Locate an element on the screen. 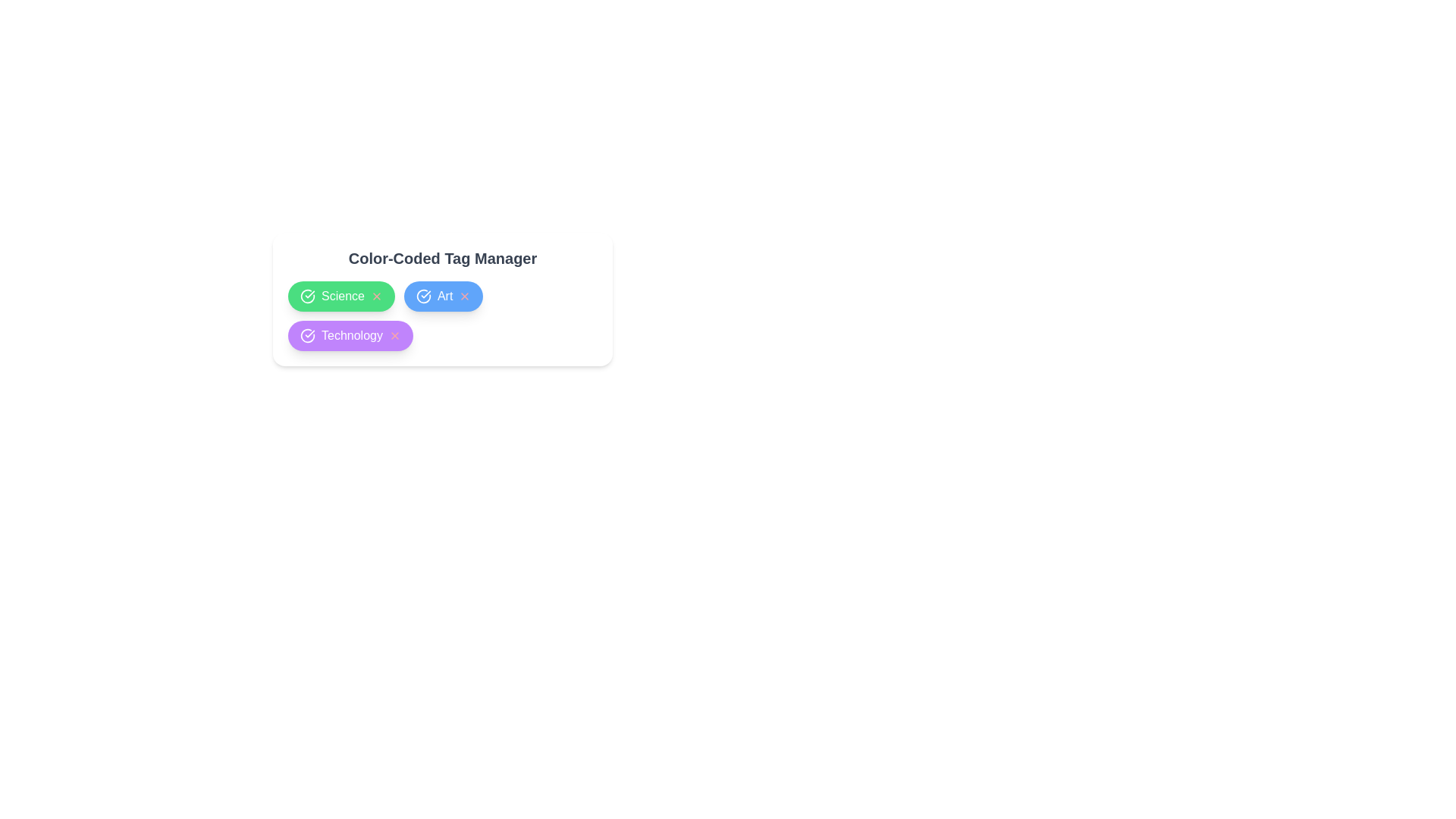  remove button (X) for the tag Art is located at coordinates (464, 296).